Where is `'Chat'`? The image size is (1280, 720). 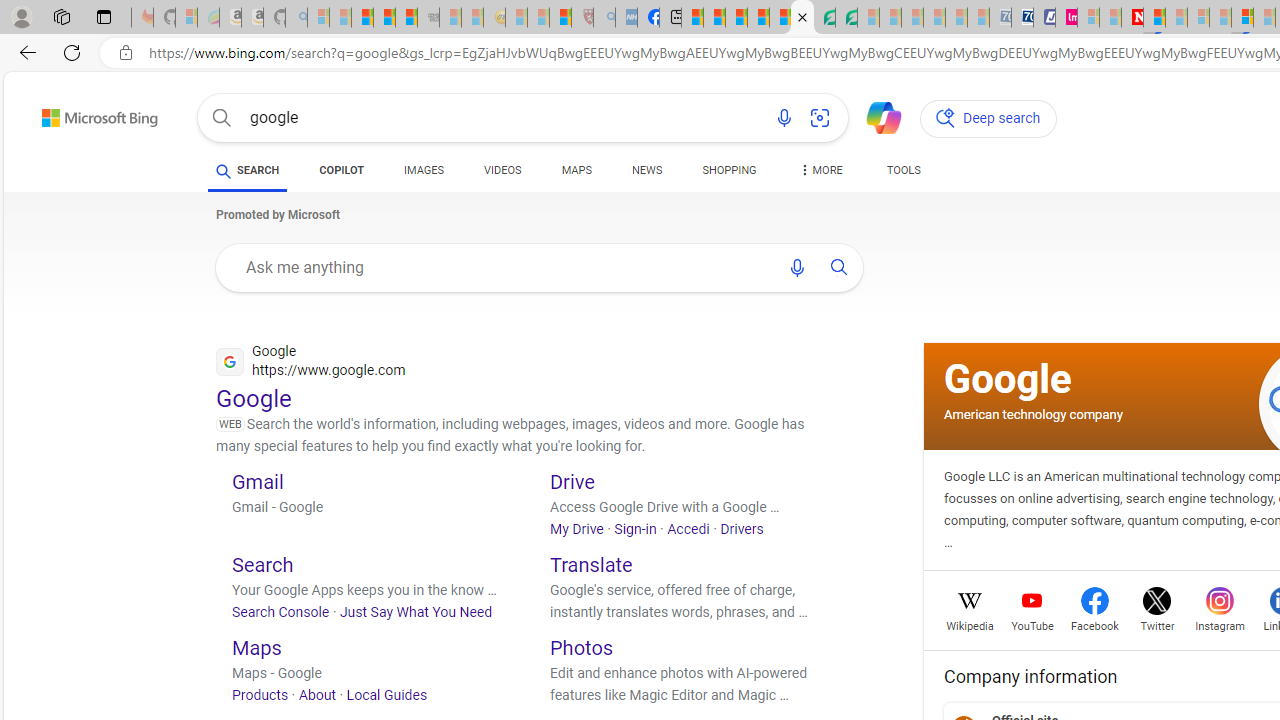 'Chat' is located at coordinates (875, 116).